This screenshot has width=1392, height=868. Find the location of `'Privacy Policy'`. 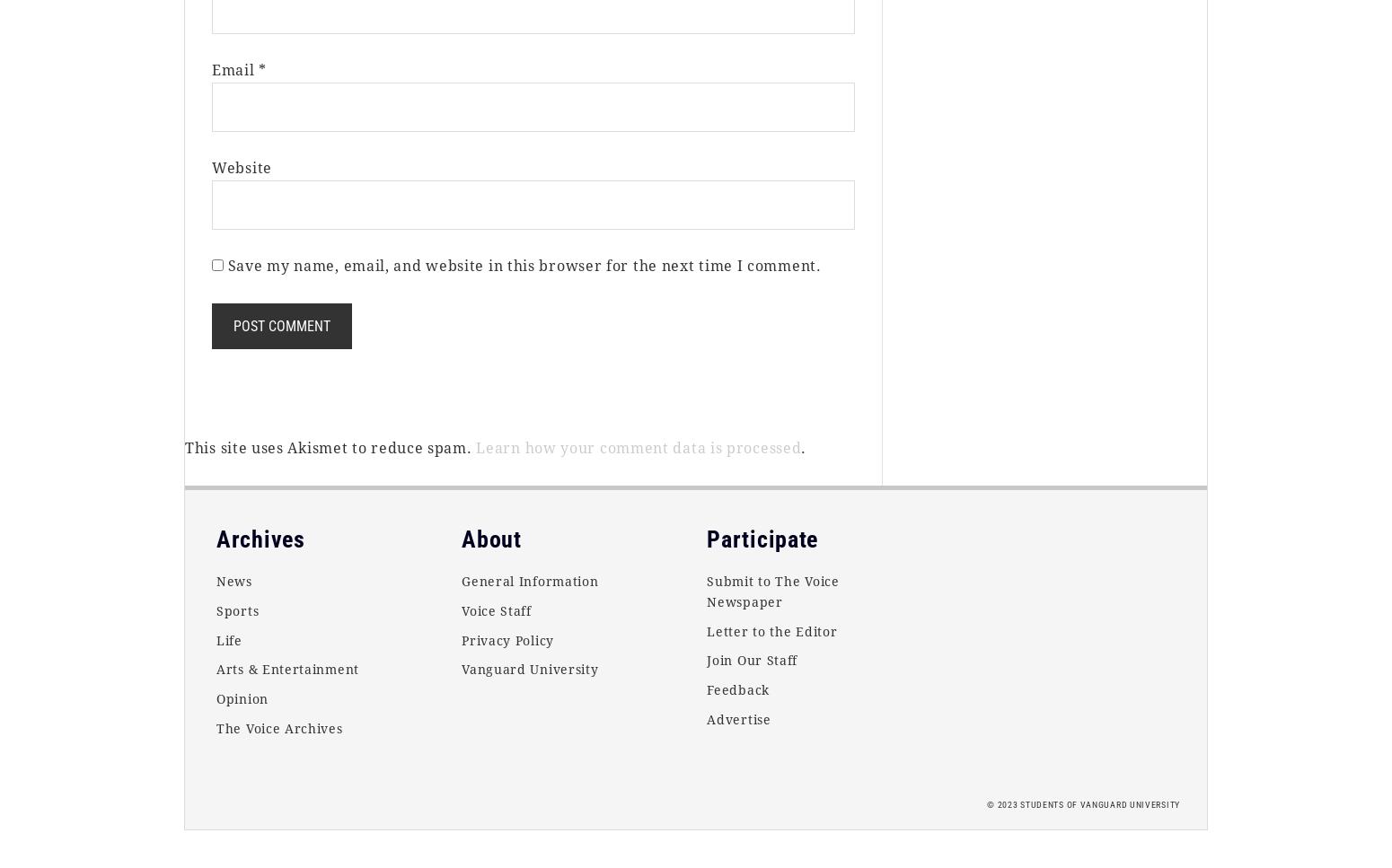

'Privacy Policy' is located at coordinates (507, 638).